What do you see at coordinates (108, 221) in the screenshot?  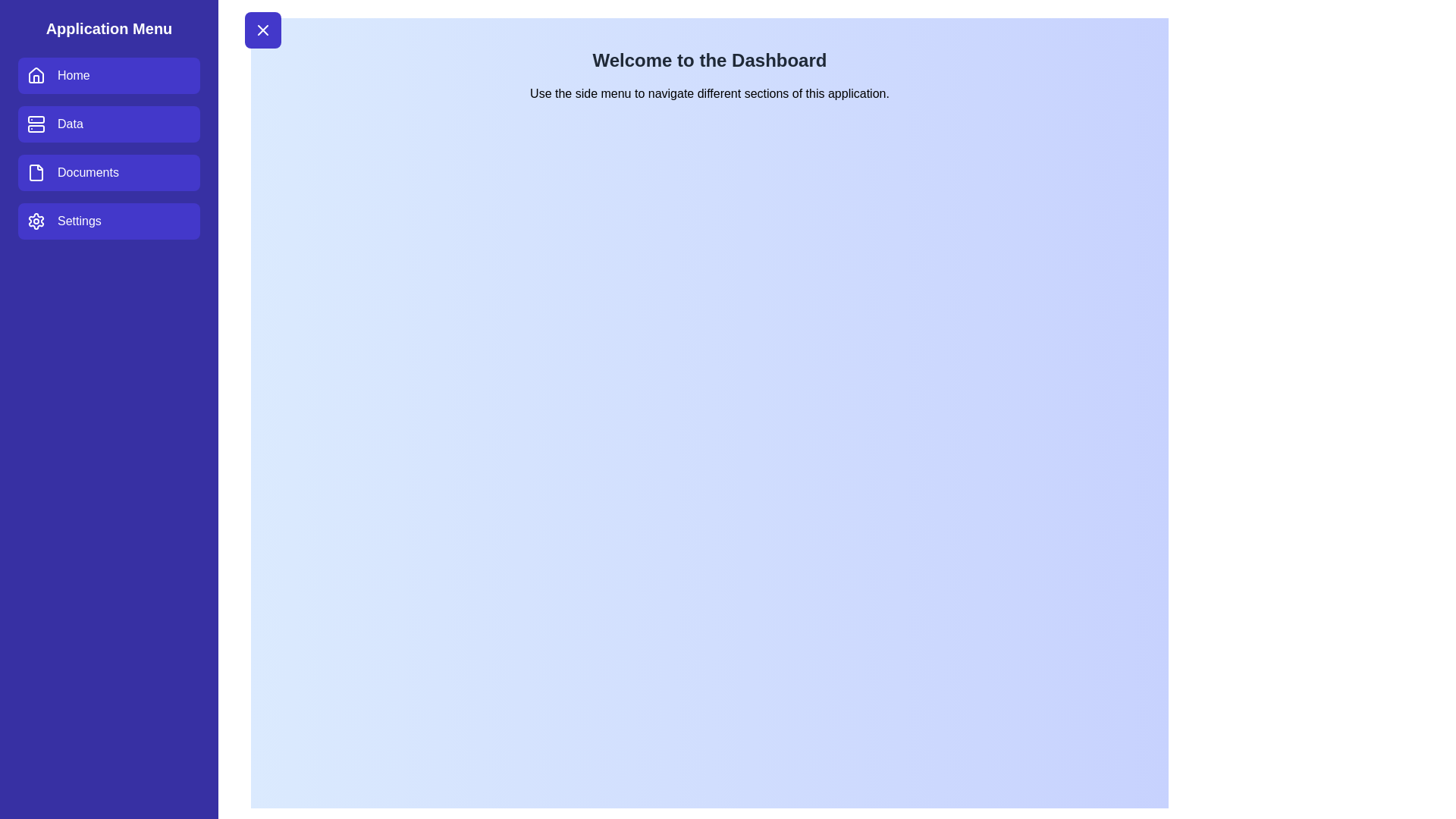 I see `the menu item labeled Settings to observe its hover effect` at bounding box center [108, 221].